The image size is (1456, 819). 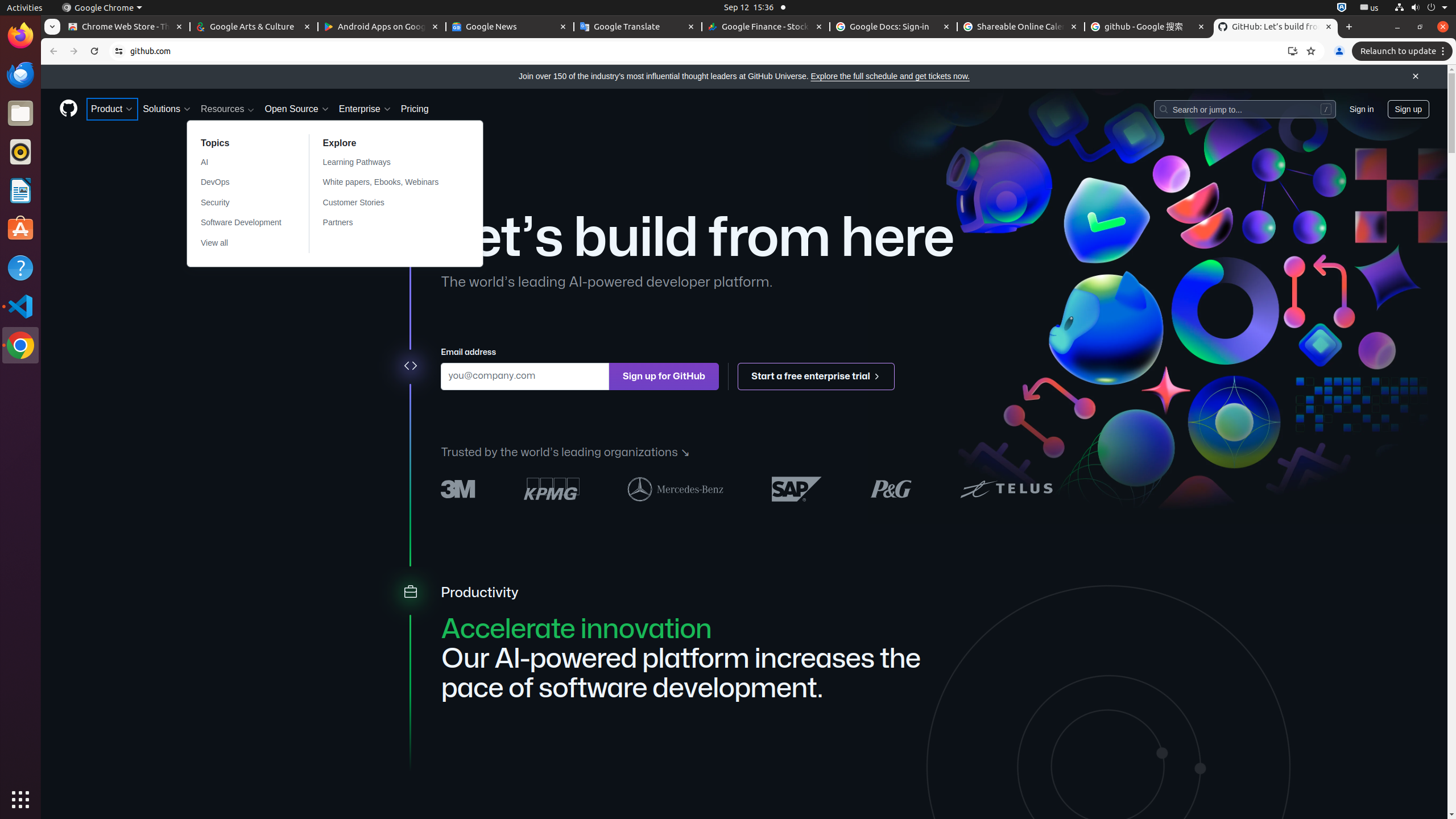 I want to click on 'Search or jump to…', so click(x=1244, y=109).